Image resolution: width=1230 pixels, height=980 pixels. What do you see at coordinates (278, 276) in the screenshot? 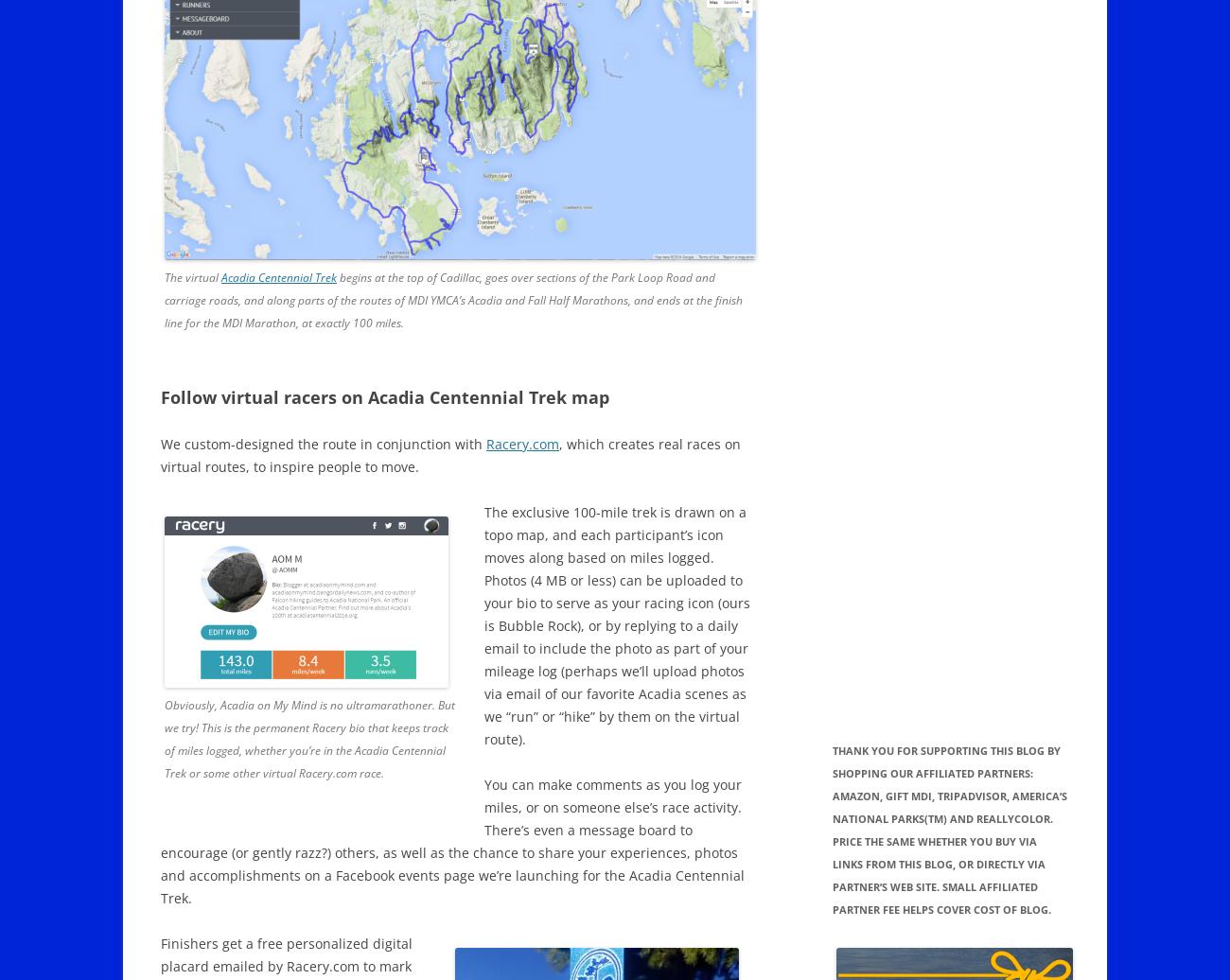
I see `'Acadia Centennial Trek'` at bounding box center [278, 276].